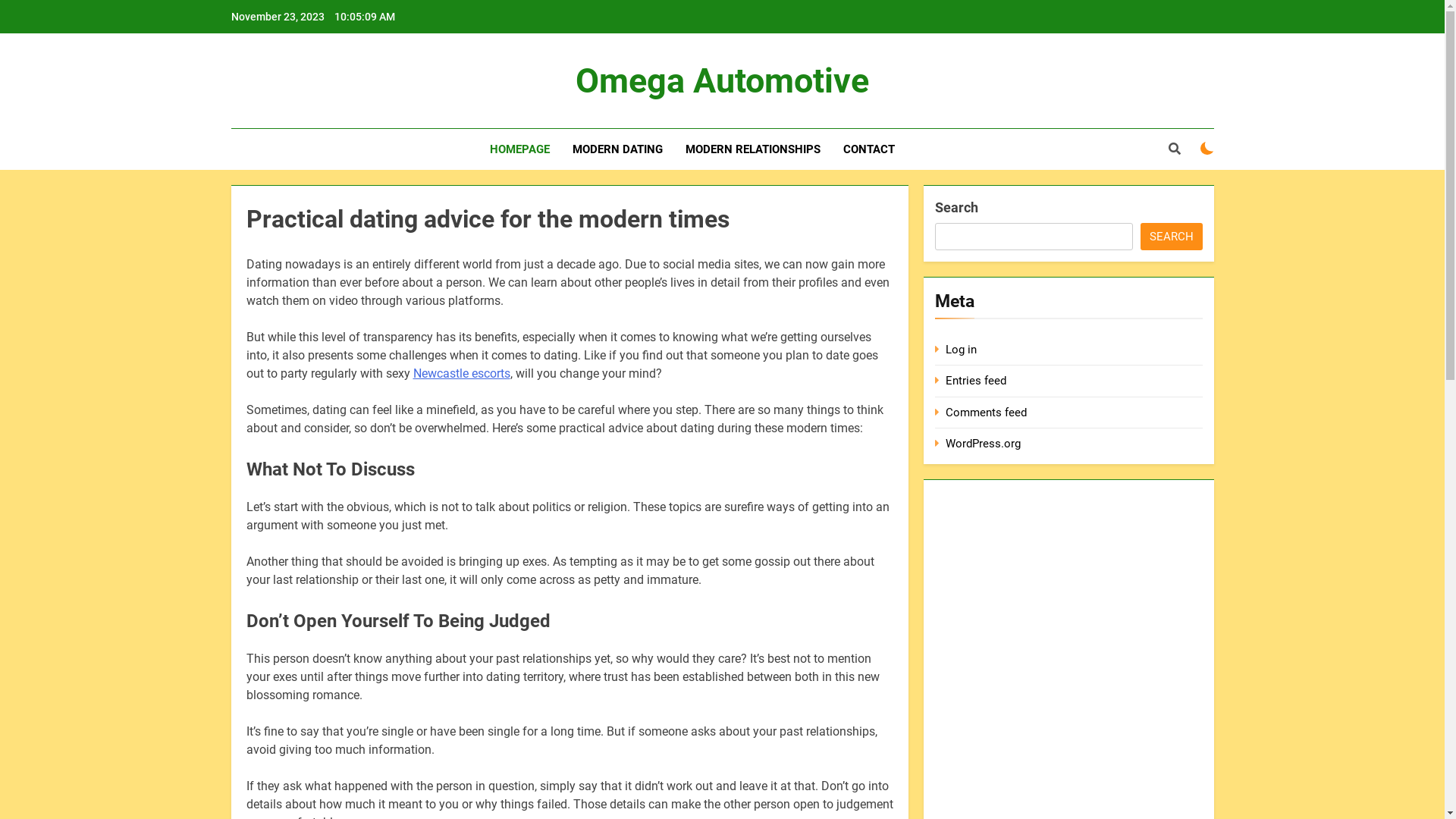 This screenshot has width=1456, height=819. Describe the element at coordinates (960, 350) in the screenshot. I see `'Log in'` at that location.